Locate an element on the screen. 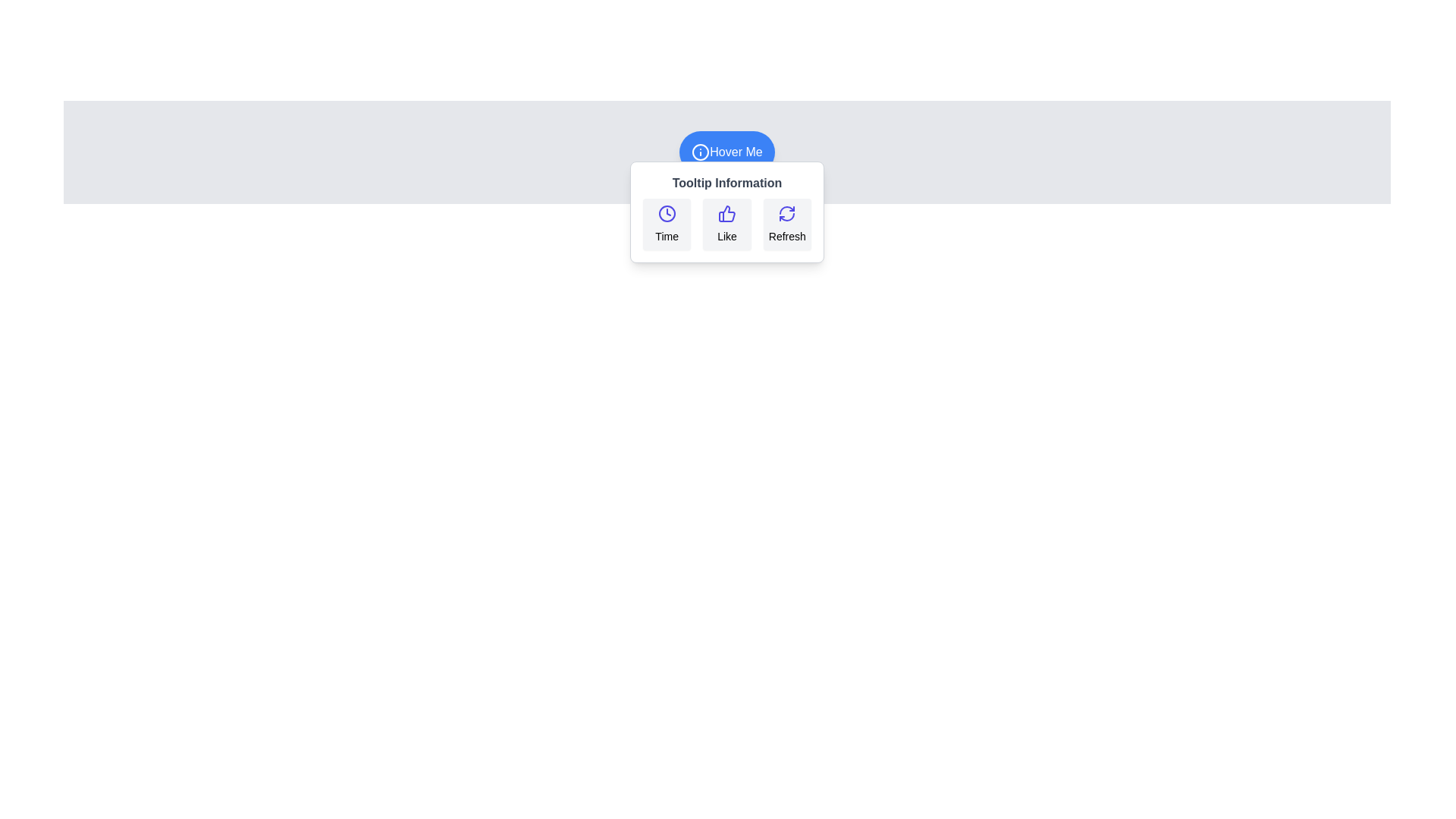 This screenshot has width=1456, height=819. the area of the circular icon representing the 'Time' indicator within the clock graphic by moving the mouse to its center is located at coordinates (667, 213).